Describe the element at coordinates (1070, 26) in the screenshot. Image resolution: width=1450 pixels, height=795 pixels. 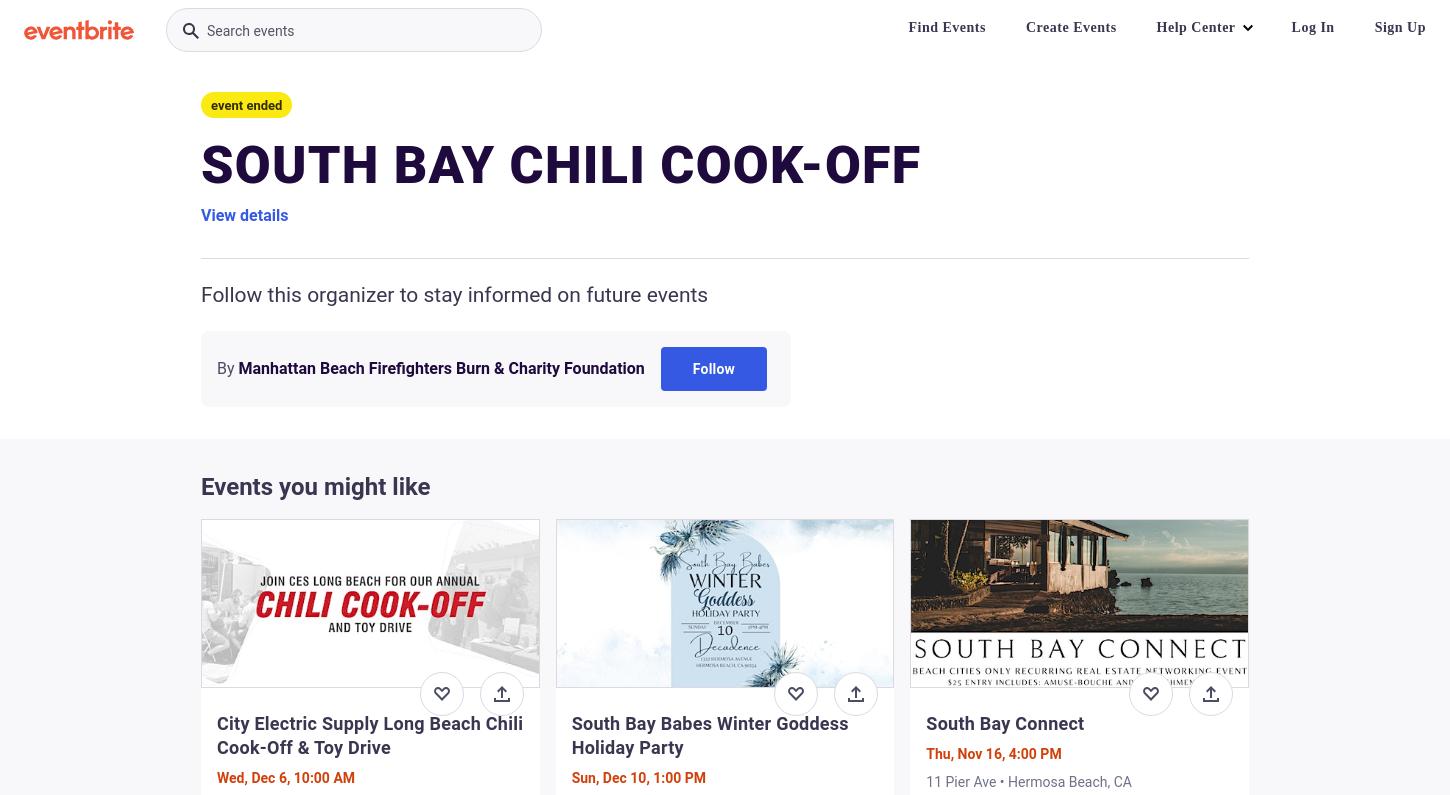
I see `'Create Events'` at that location.